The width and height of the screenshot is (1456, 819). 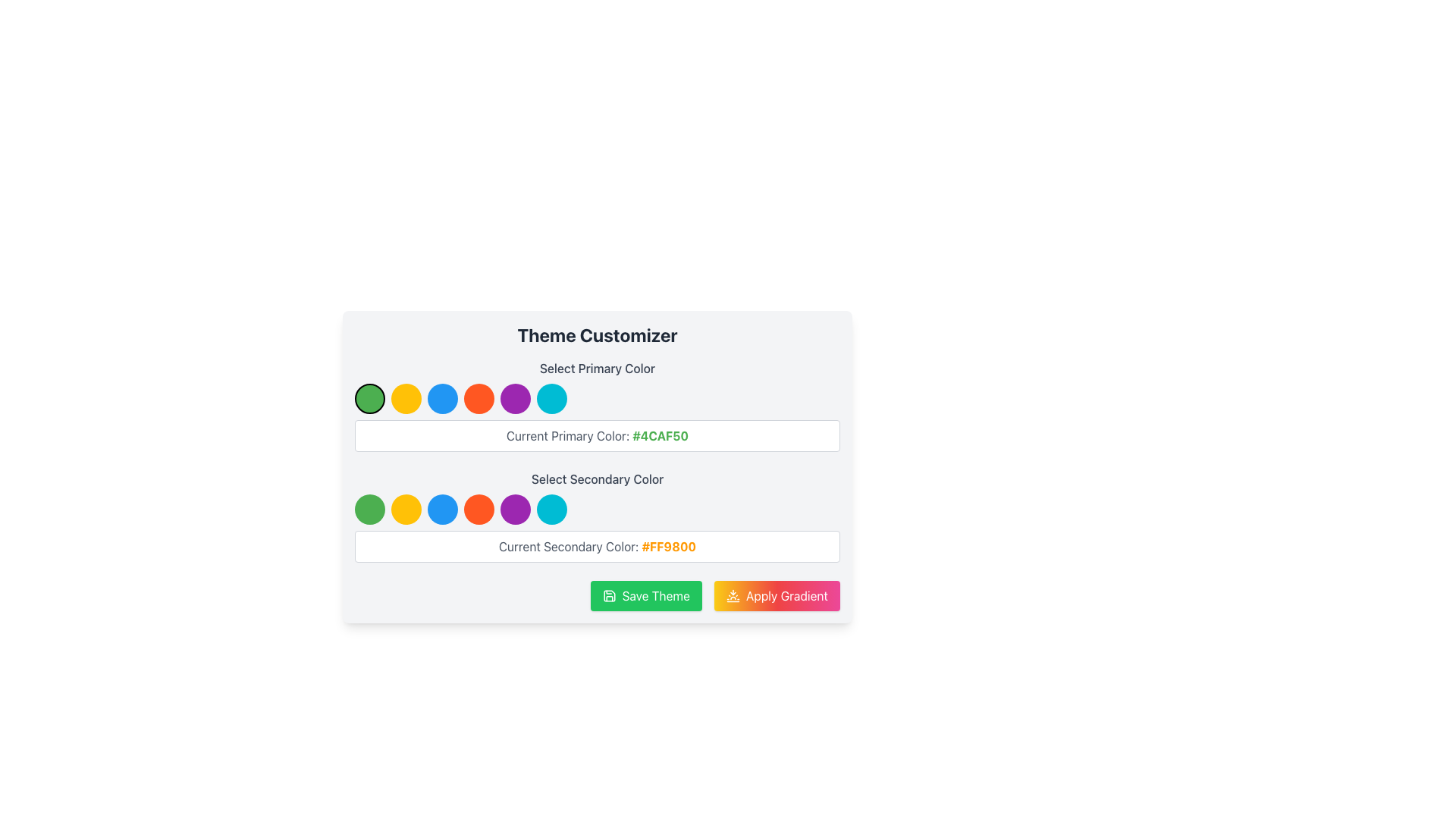 I want to click on the circular button in the color selection interface labeled 'Select Primary Color' to choose a new primary color, so click(x=596, y=405).